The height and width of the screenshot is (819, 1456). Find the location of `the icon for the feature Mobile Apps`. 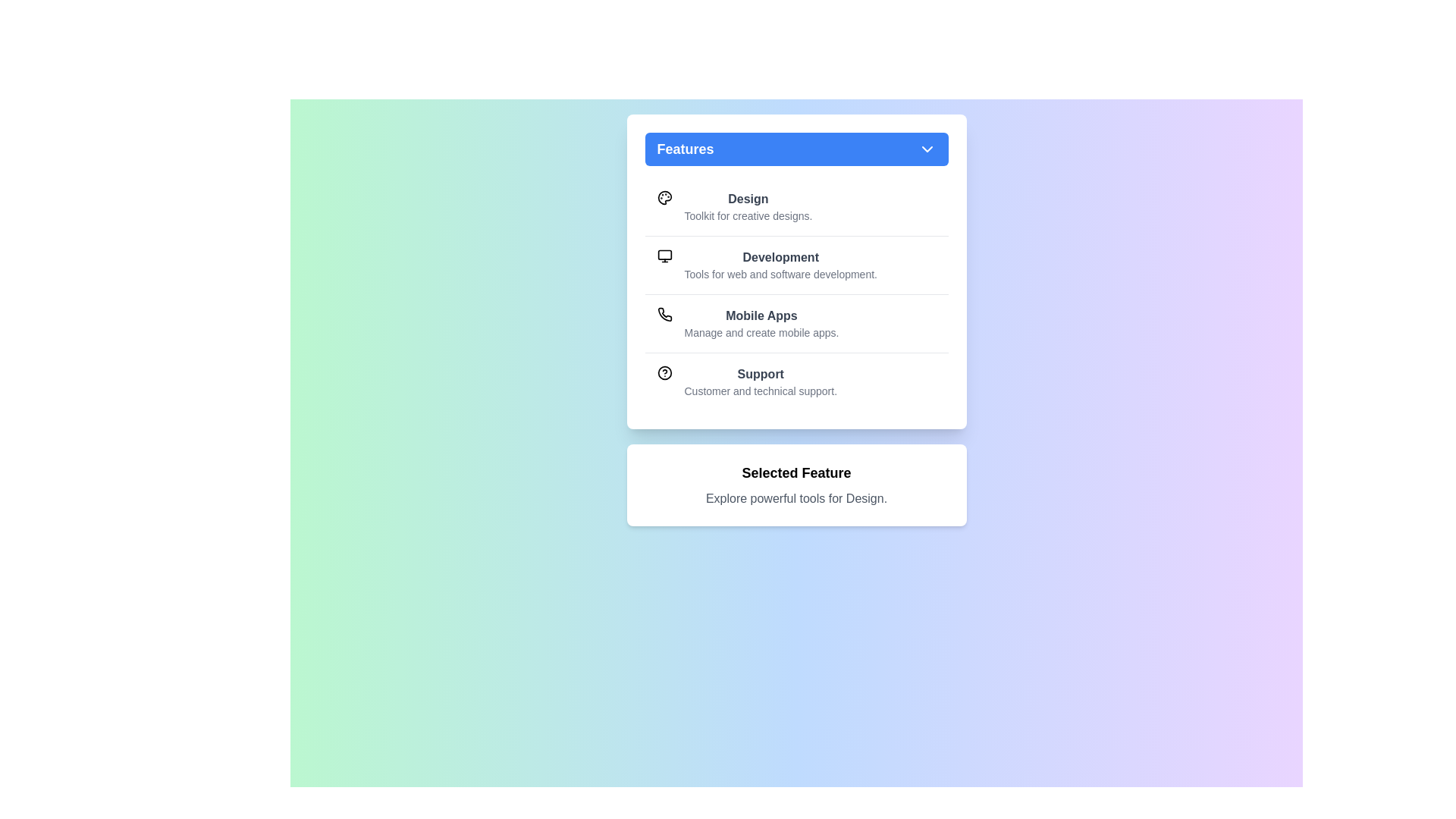

the icon for the feature Mobile Apps is located at coordinates (664, 314).